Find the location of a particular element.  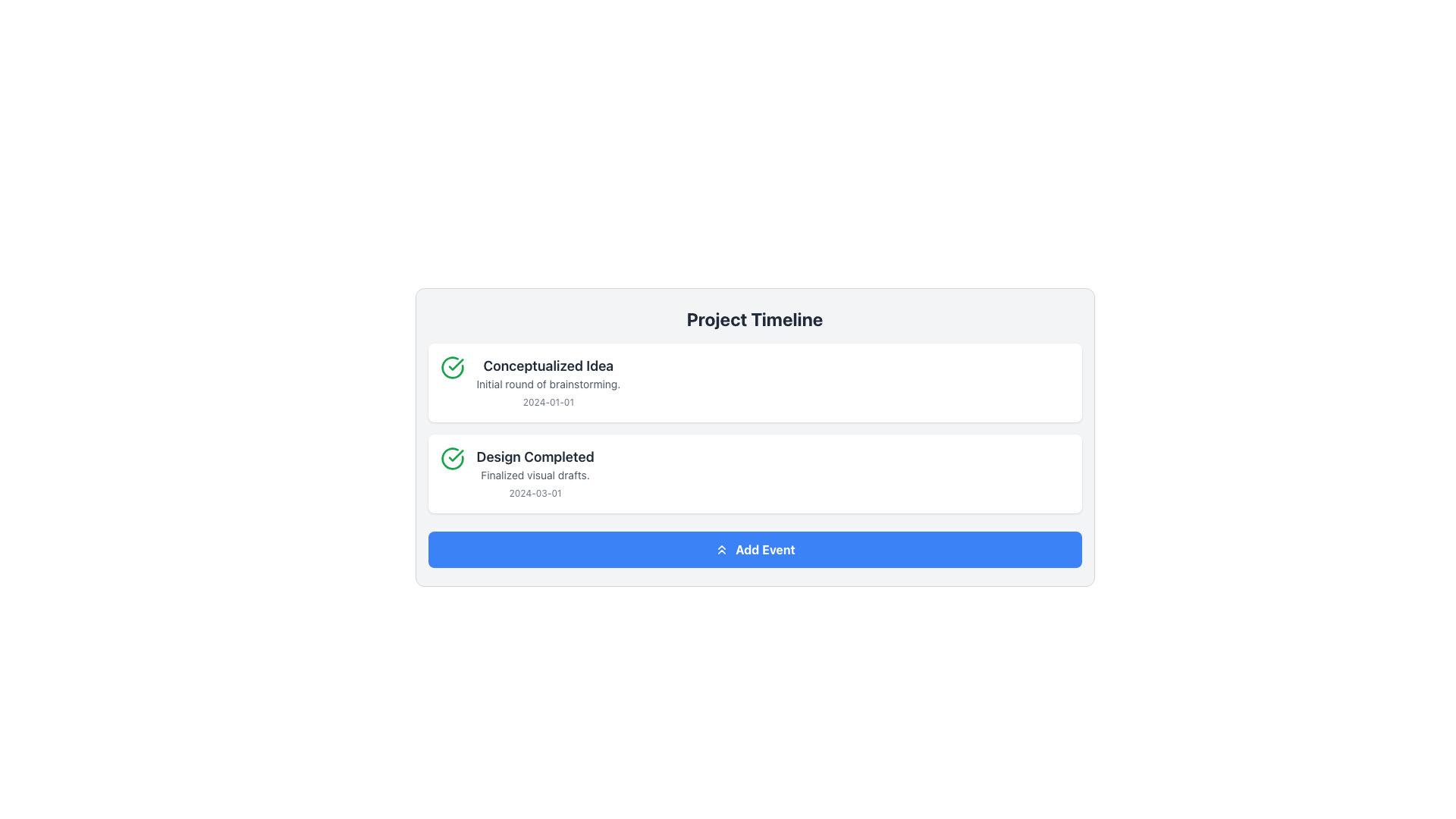

the text label that reads 'Initial round of brainstorming.' which is located below the title 'Conceptualized Idea' and above the date '2024-01-01' is located at coordinates (548, 383).